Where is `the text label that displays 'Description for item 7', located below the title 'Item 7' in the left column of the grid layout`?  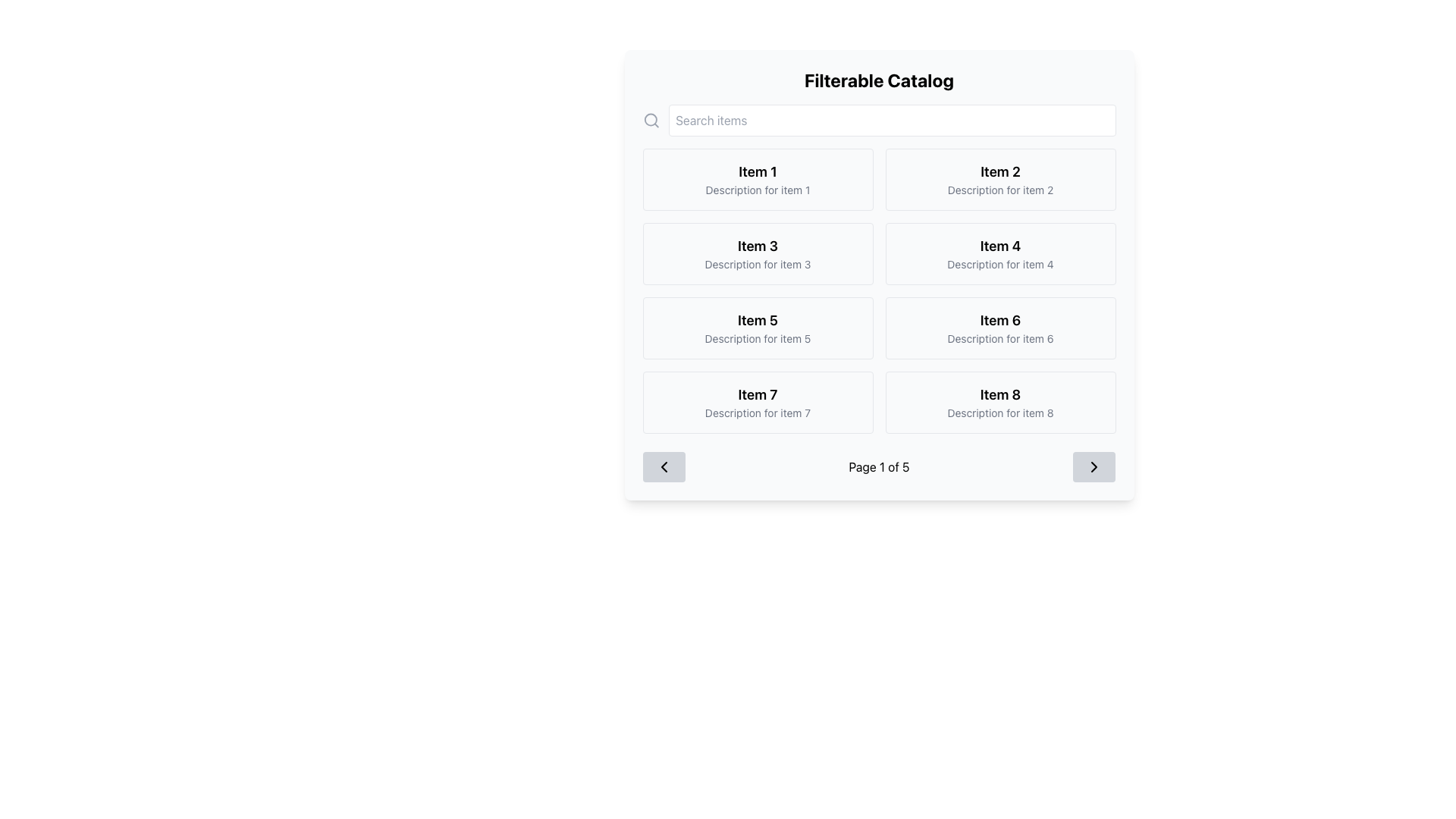 the text label that displays 'Description for item 7', located below the title 'Item 7' in the left column of the grid layout is located at coordinates (758, 413).